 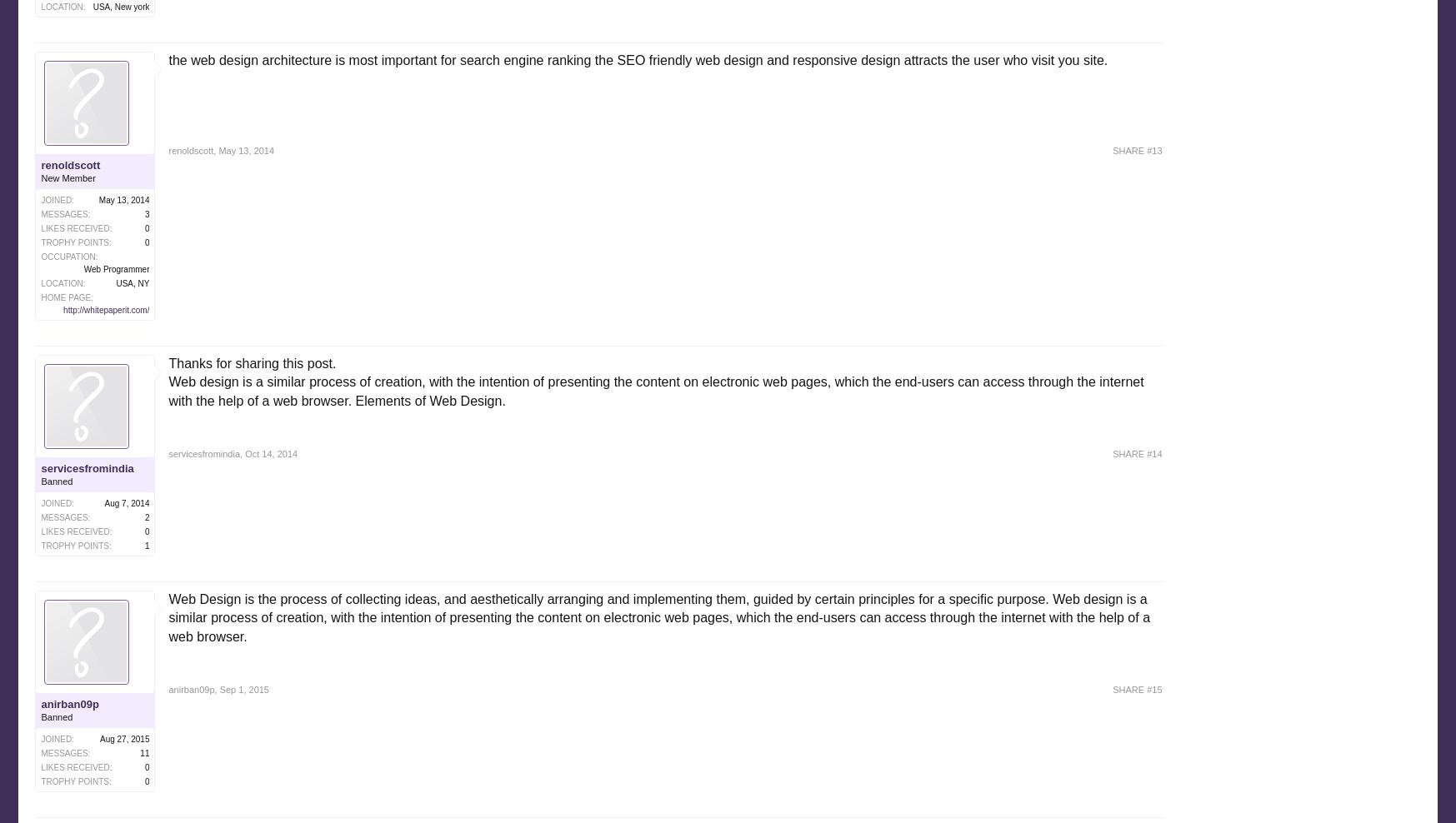 I want to click on 'USA, NY', so click(x=132, y=282).